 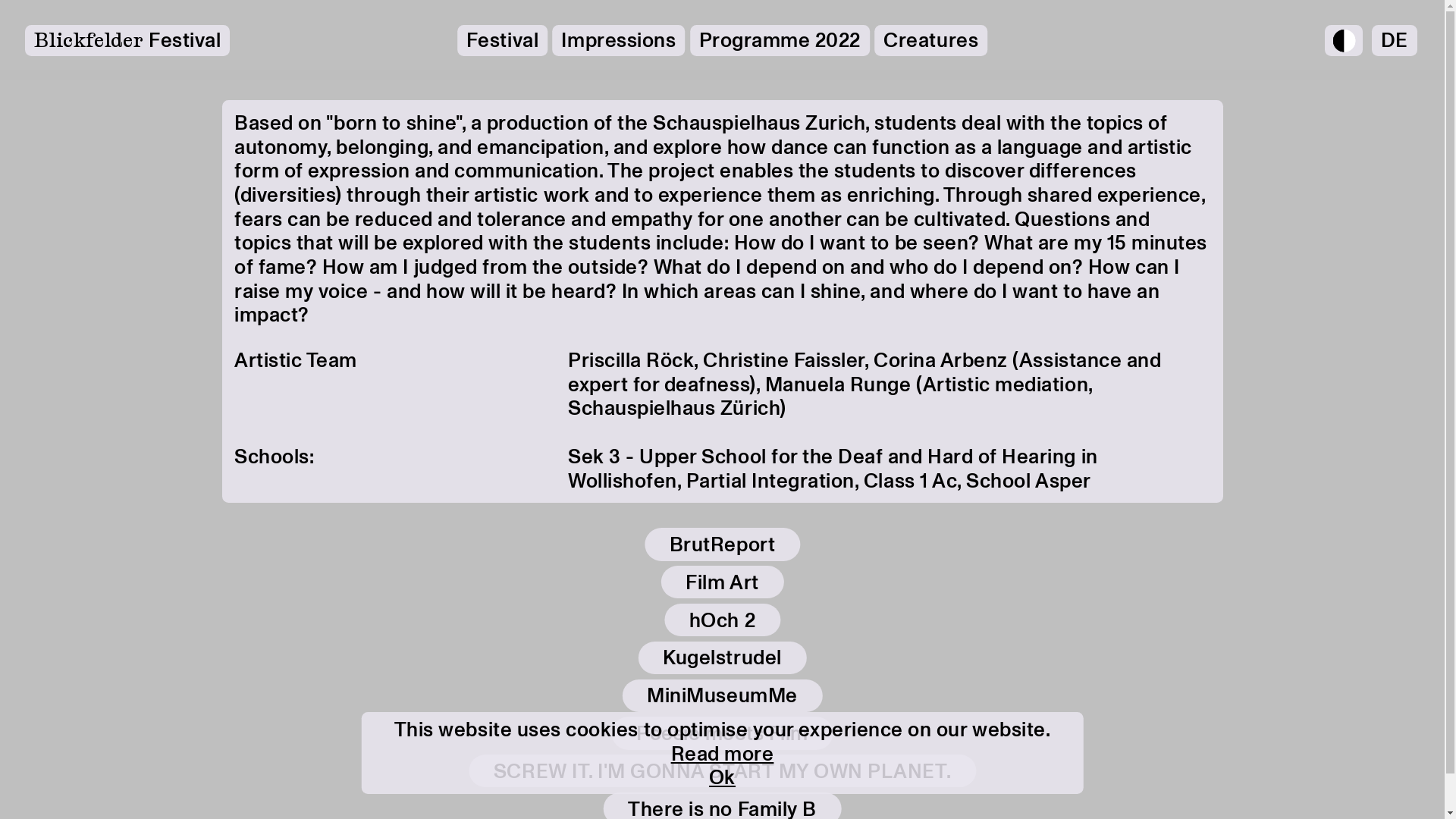 I want to click on 'Ok', so click(x=721, y=777).